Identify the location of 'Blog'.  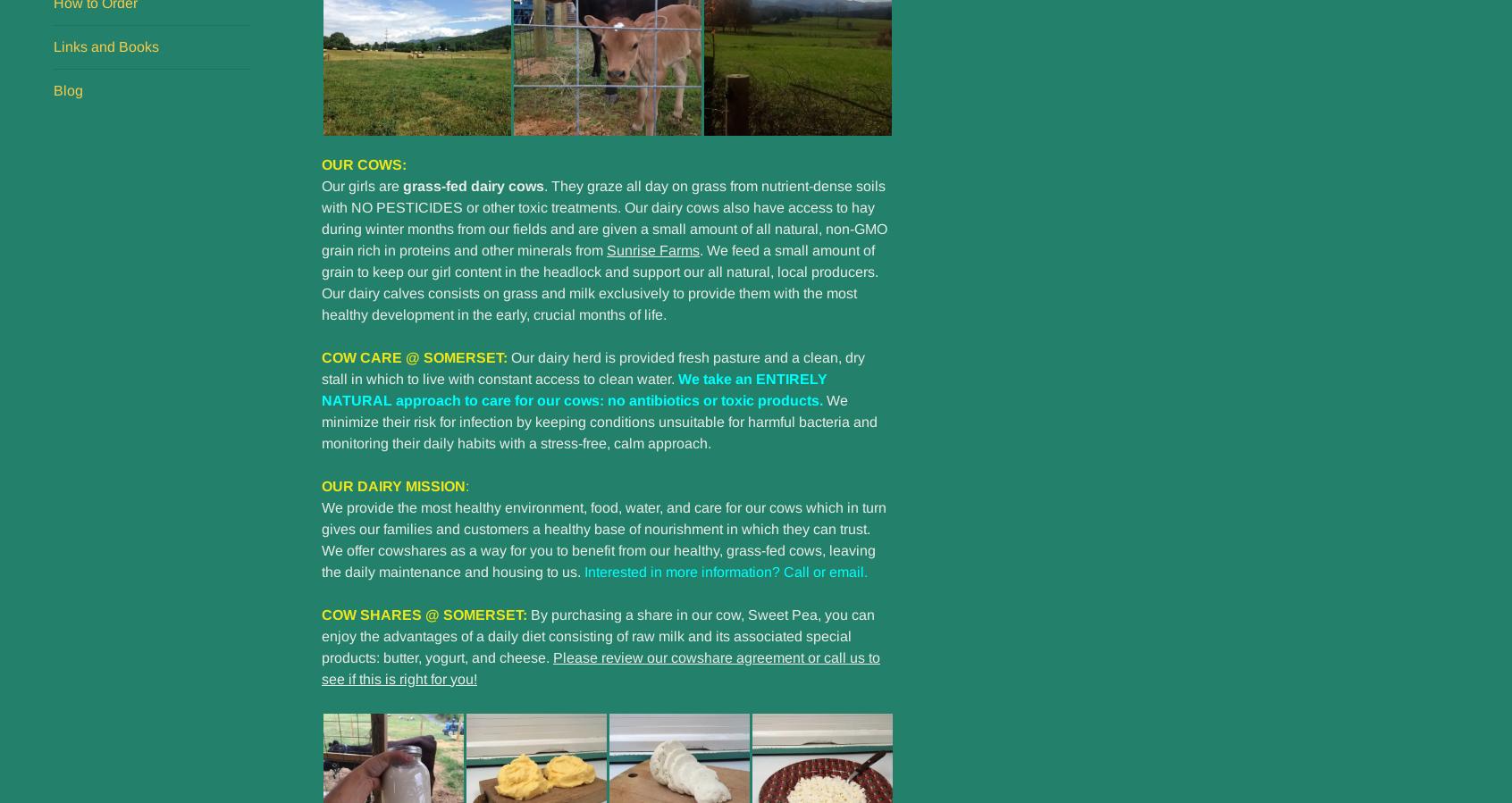
(68, 88).